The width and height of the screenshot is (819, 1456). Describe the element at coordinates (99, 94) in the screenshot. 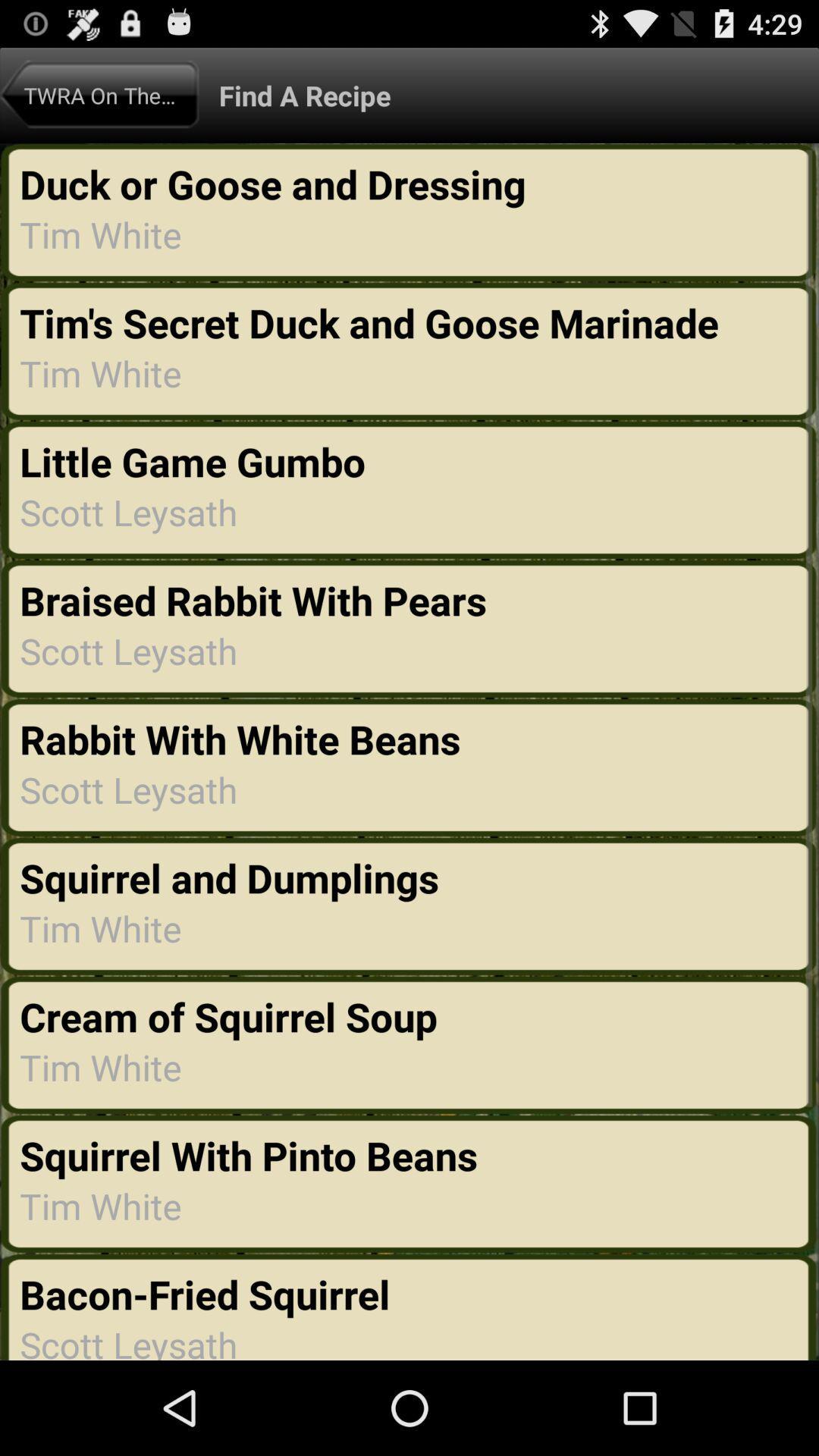

I see `icon next to find a recipe` at that location.